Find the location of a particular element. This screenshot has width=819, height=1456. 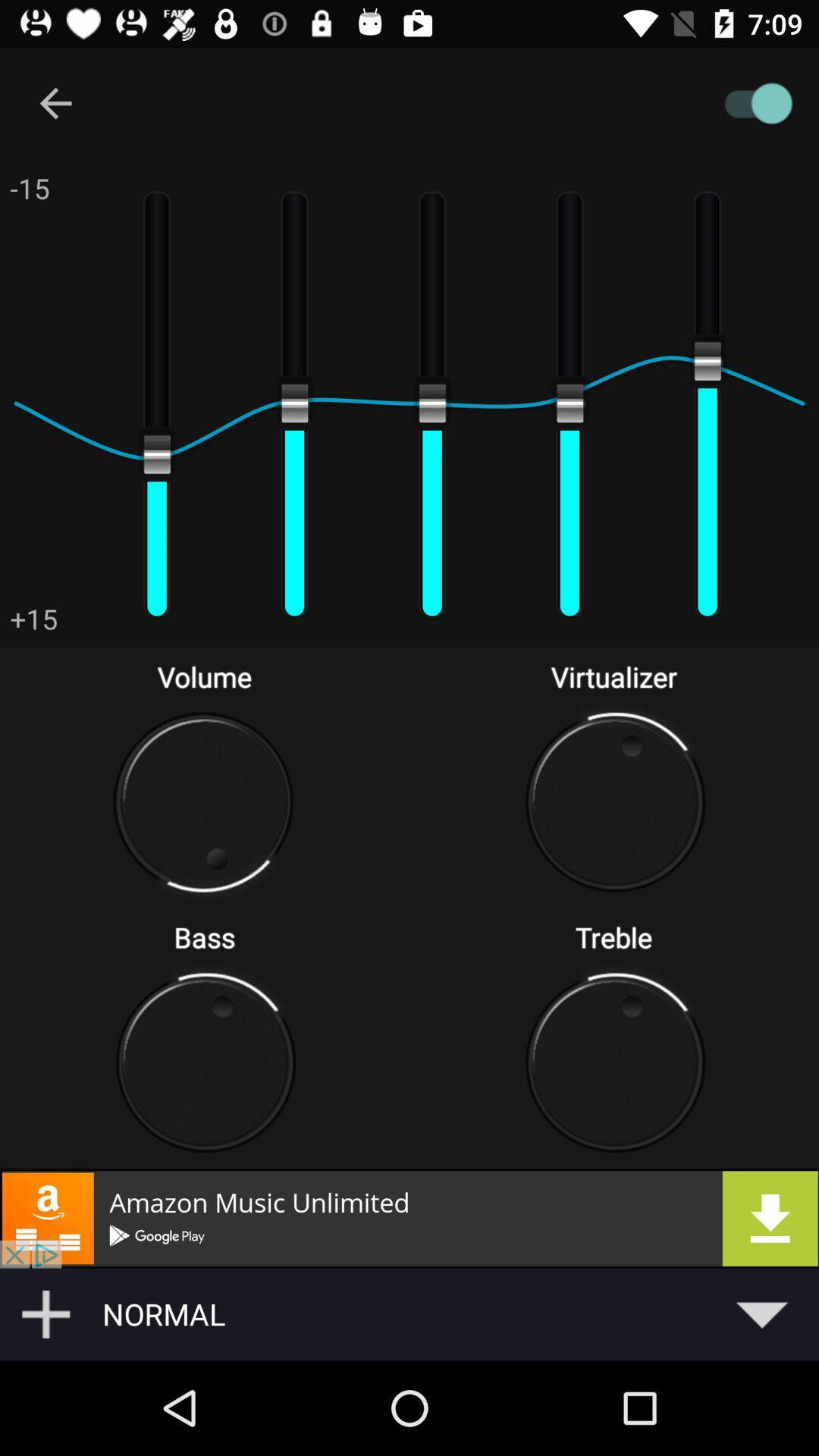

download app is located at coordinates (409, 1218).